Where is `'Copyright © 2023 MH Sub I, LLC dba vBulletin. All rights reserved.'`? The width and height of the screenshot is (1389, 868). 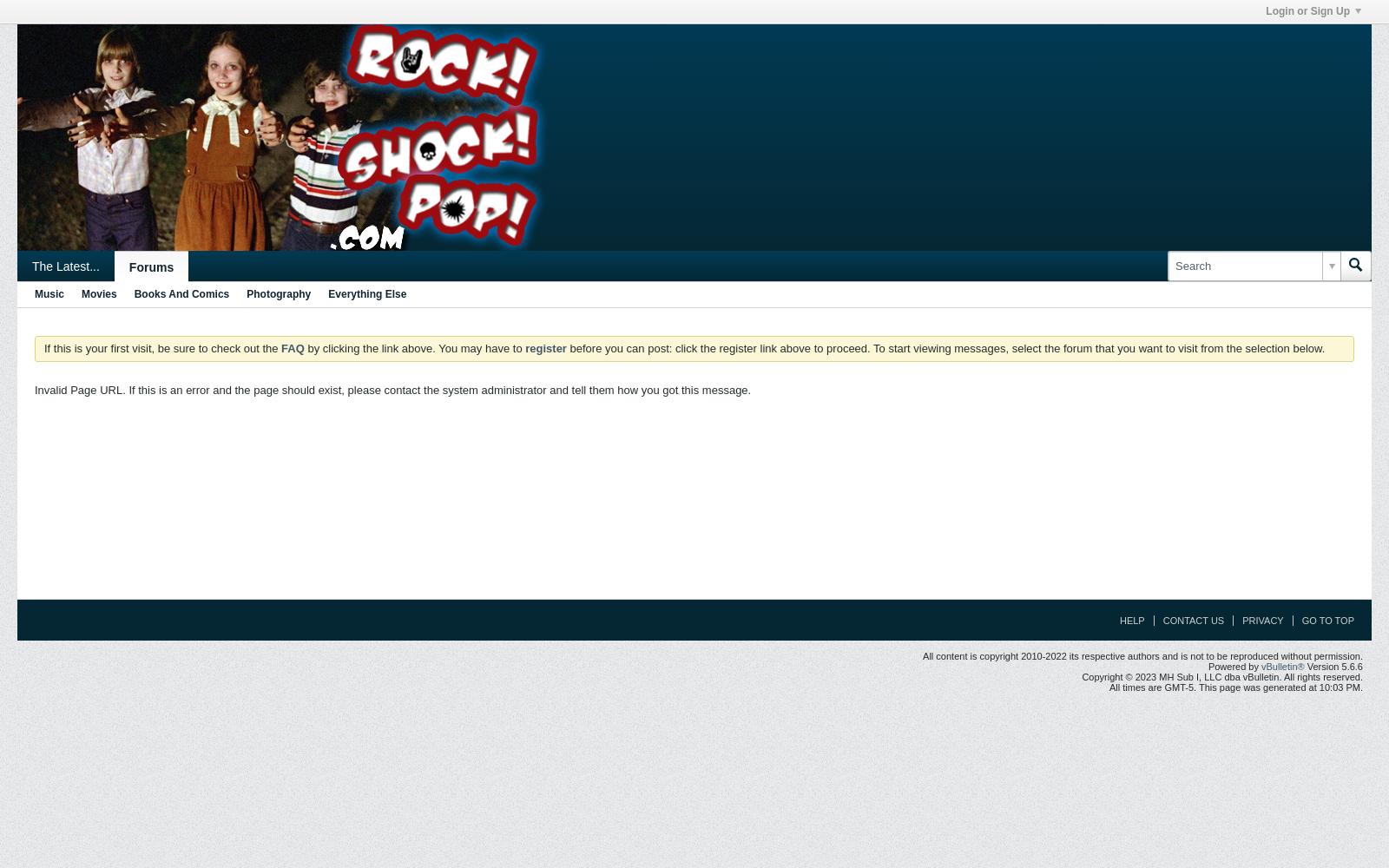 'Copyright © 2023 MH Sub I, LLC dba vBulletin. All rights reserved.' is located at coordinates (1222, 677).